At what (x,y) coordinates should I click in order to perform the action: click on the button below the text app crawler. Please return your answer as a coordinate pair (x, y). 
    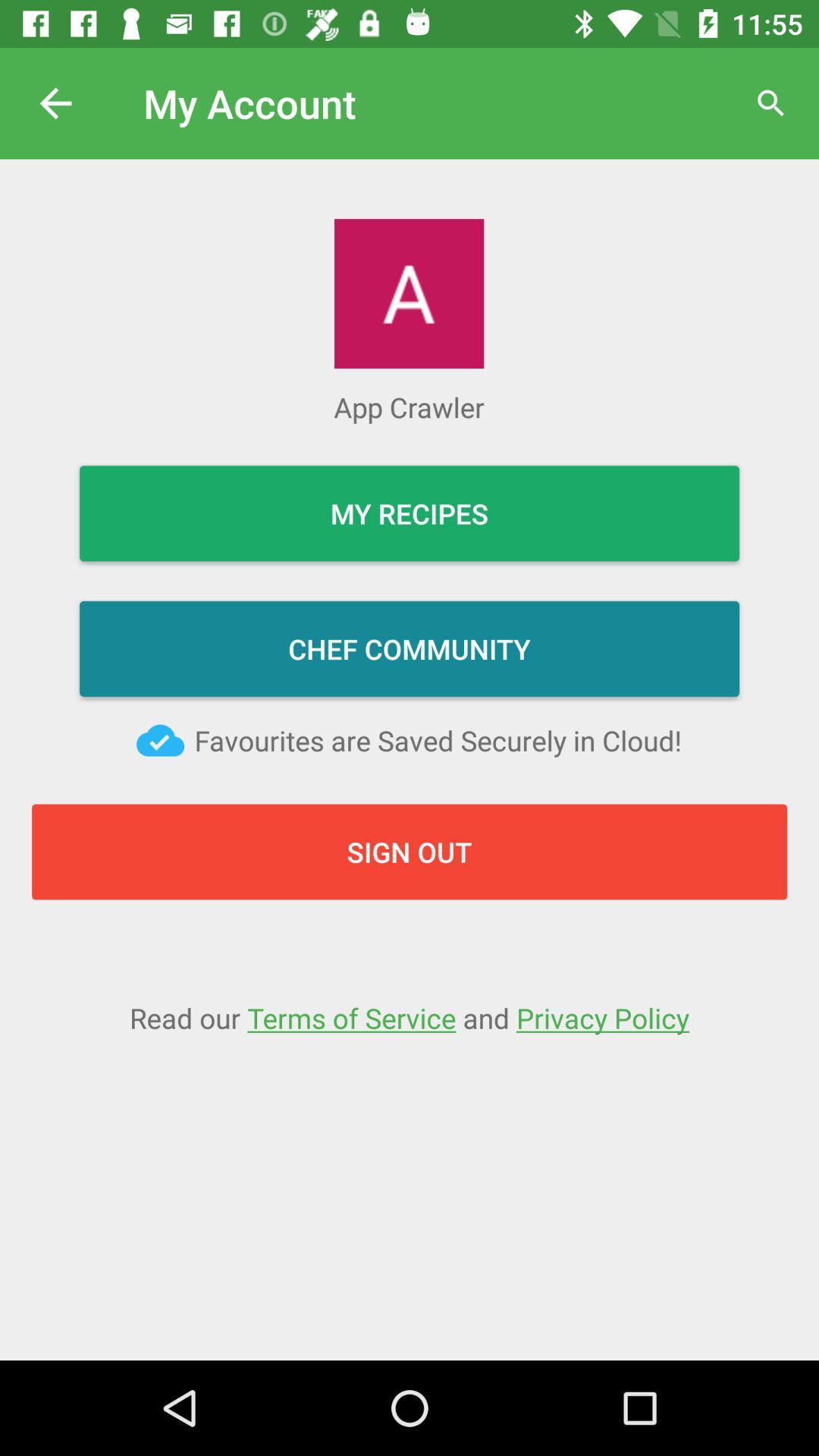
    Looking at the image, I should click on (409, 513).